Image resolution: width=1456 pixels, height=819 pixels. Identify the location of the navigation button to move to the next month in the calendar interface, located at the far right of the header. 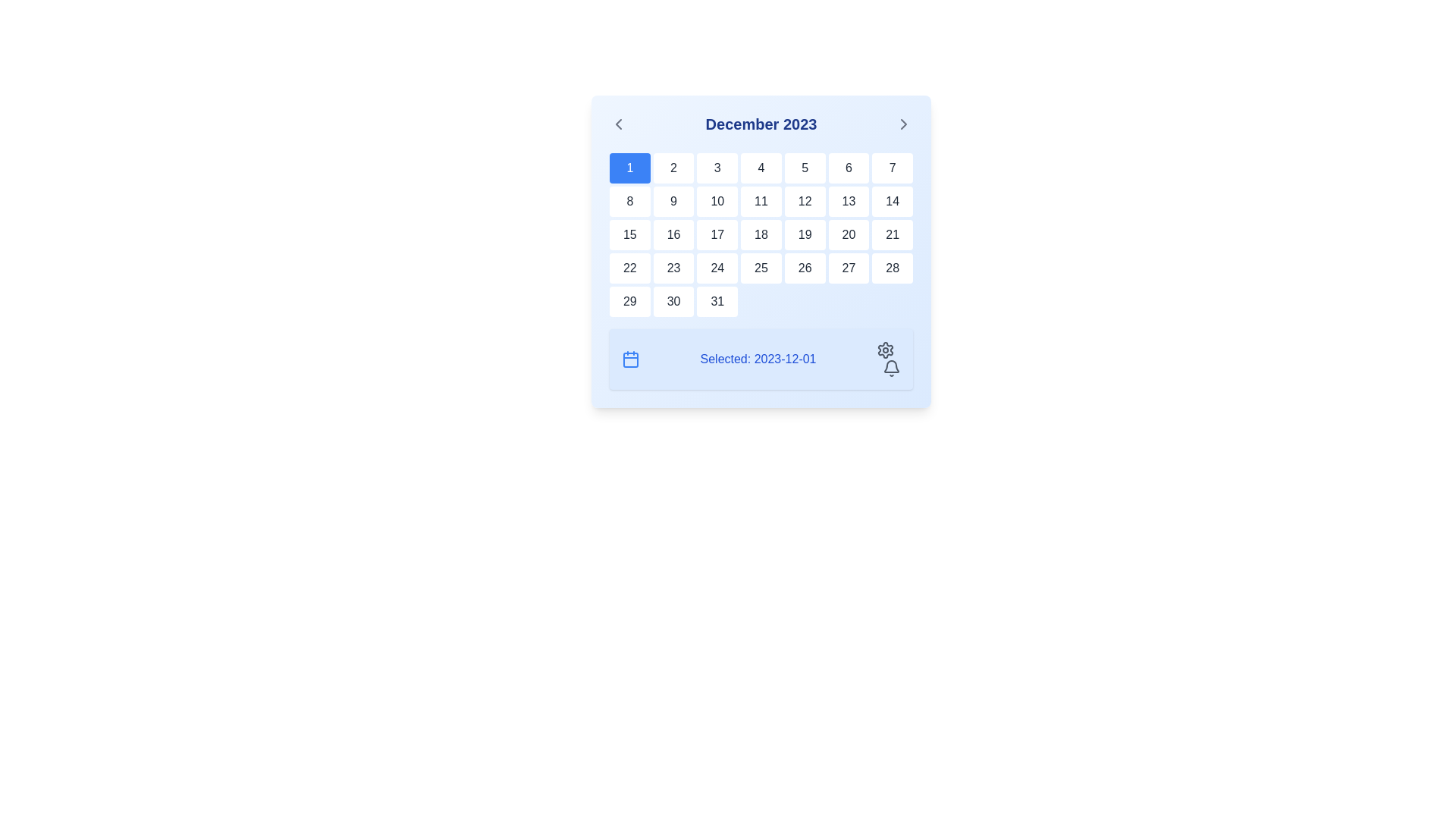
(903, 124).